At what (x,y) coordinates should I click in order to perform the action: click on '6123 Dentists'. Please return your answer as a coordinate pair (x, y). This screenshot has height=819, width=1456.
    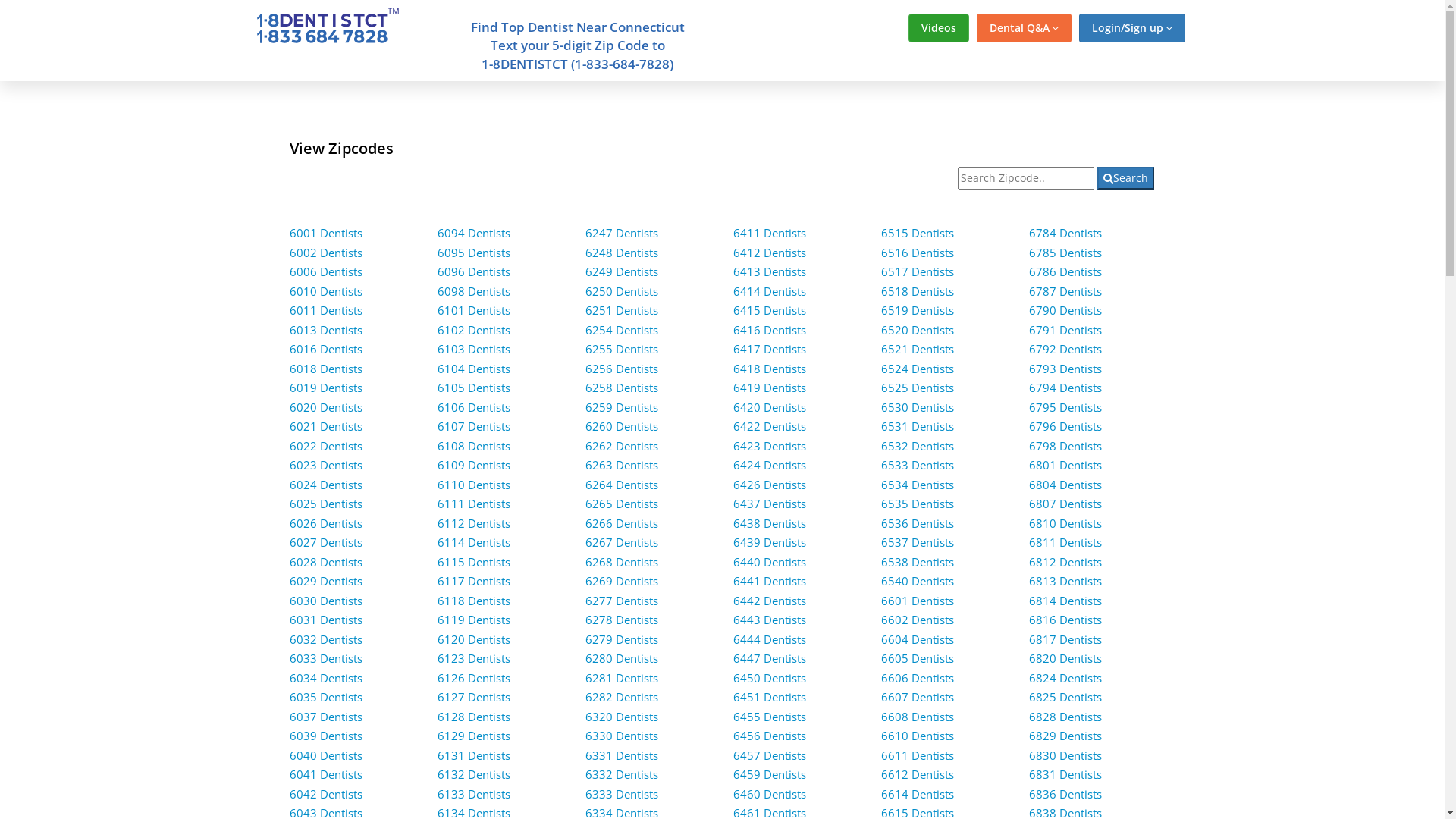
    Looking at the image, I should click on (472, 657).